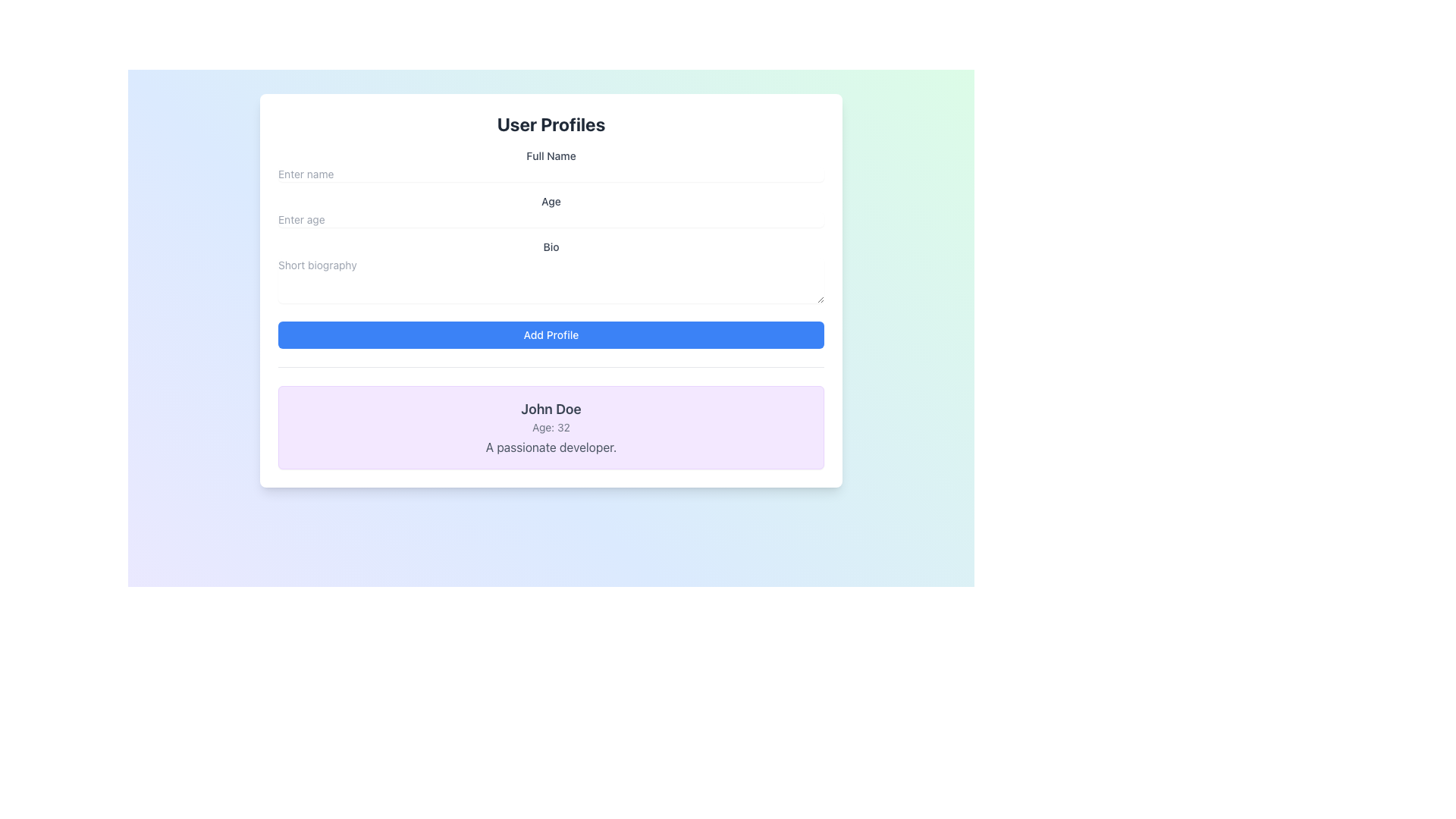 The width and height of the screenshot is (1456, 819). Describe the element at coordinates (550, 155) in the screenshot. I see `the label that describes the input field for entering a full name, positioned directly above the input box labeled 'Enter name'` at that location.